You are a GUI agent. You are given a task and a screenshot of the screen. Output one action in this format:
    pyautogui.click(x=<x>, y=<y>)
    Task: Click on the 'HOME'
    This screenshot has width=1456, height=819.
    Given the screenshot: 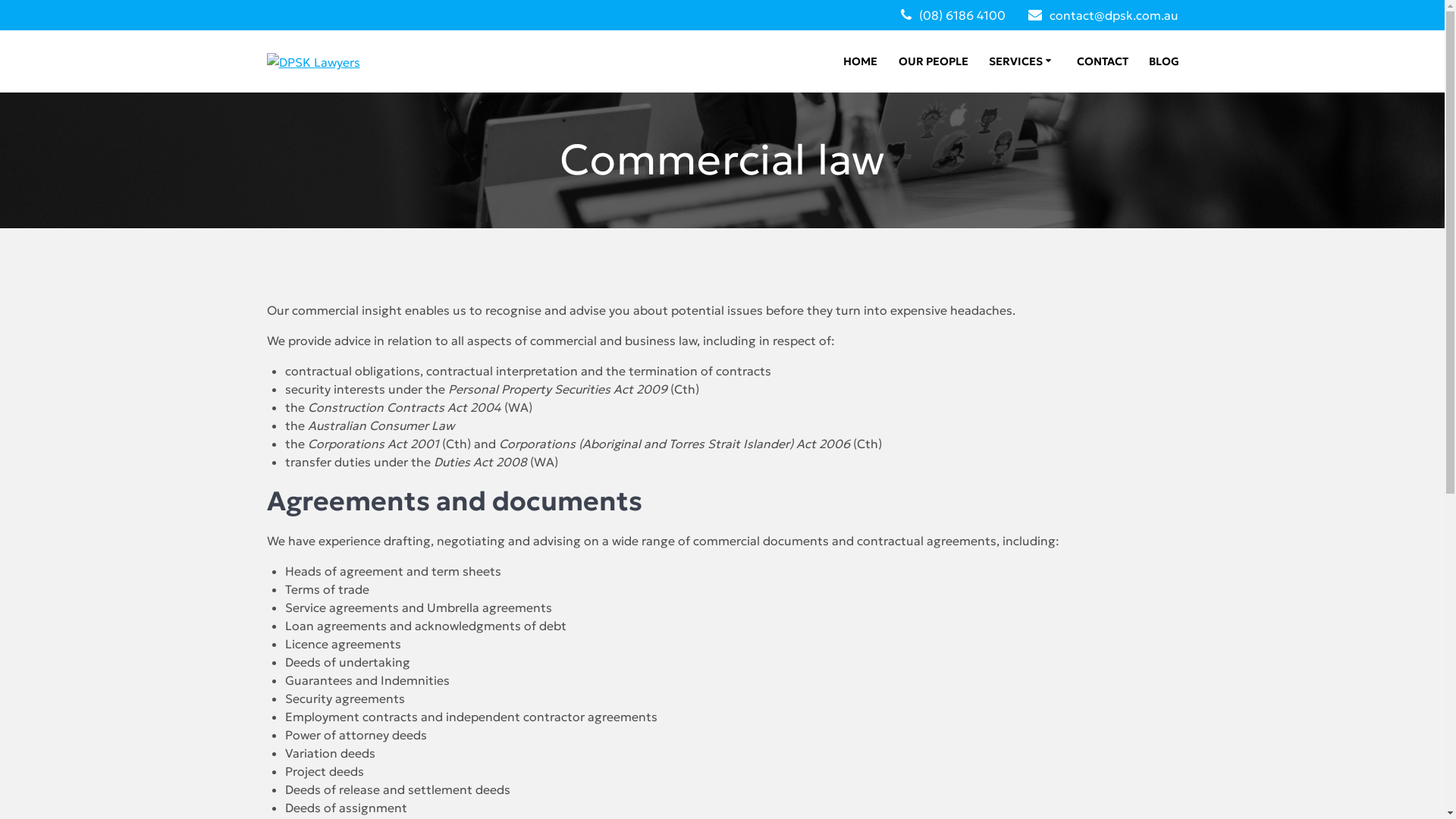 What is the action you would take?
    pyautogui.click(x=860, y=61)
    